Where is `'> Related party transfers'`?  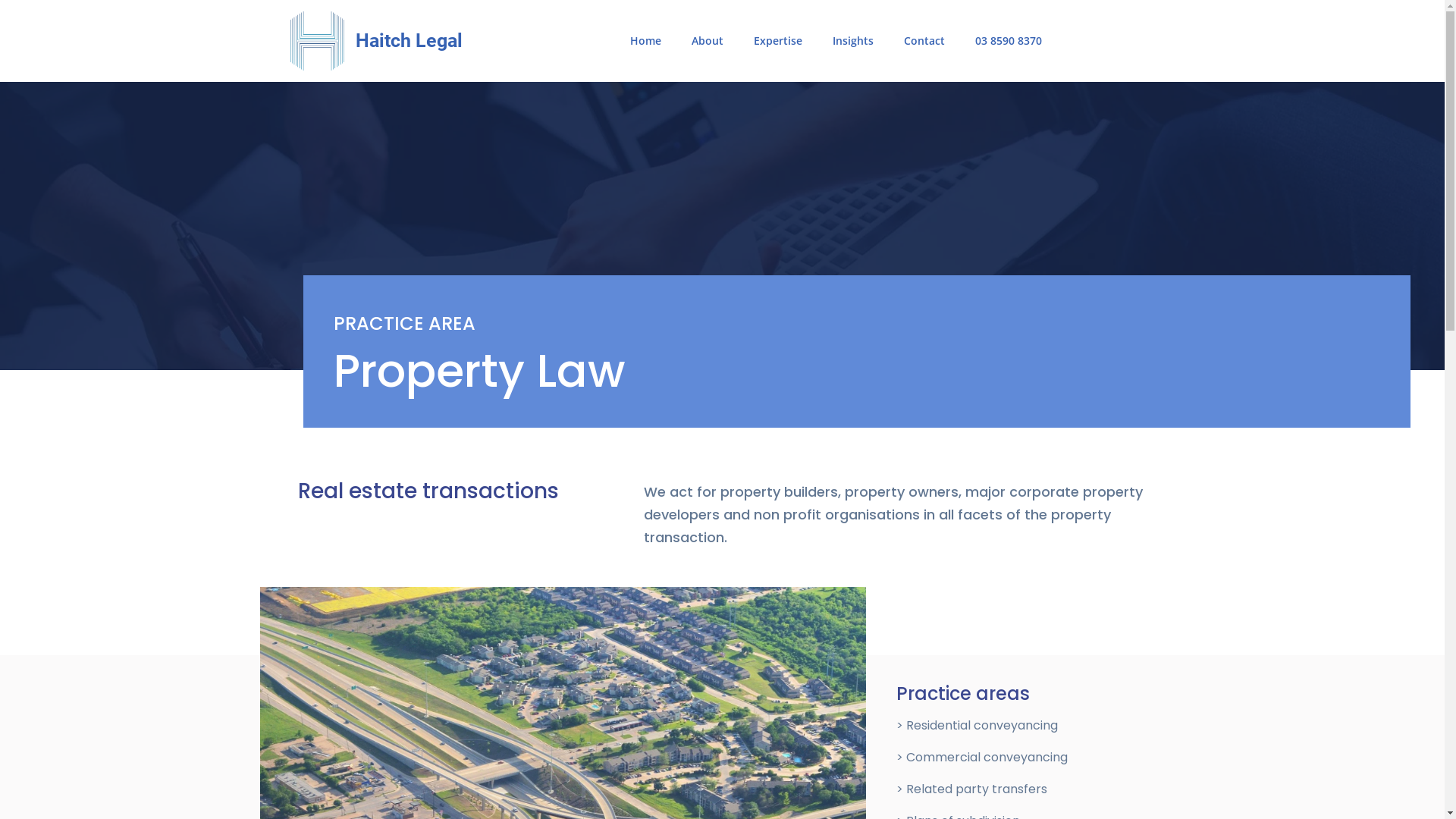
'> Related party transfers' is located at coordinates (896, 788).